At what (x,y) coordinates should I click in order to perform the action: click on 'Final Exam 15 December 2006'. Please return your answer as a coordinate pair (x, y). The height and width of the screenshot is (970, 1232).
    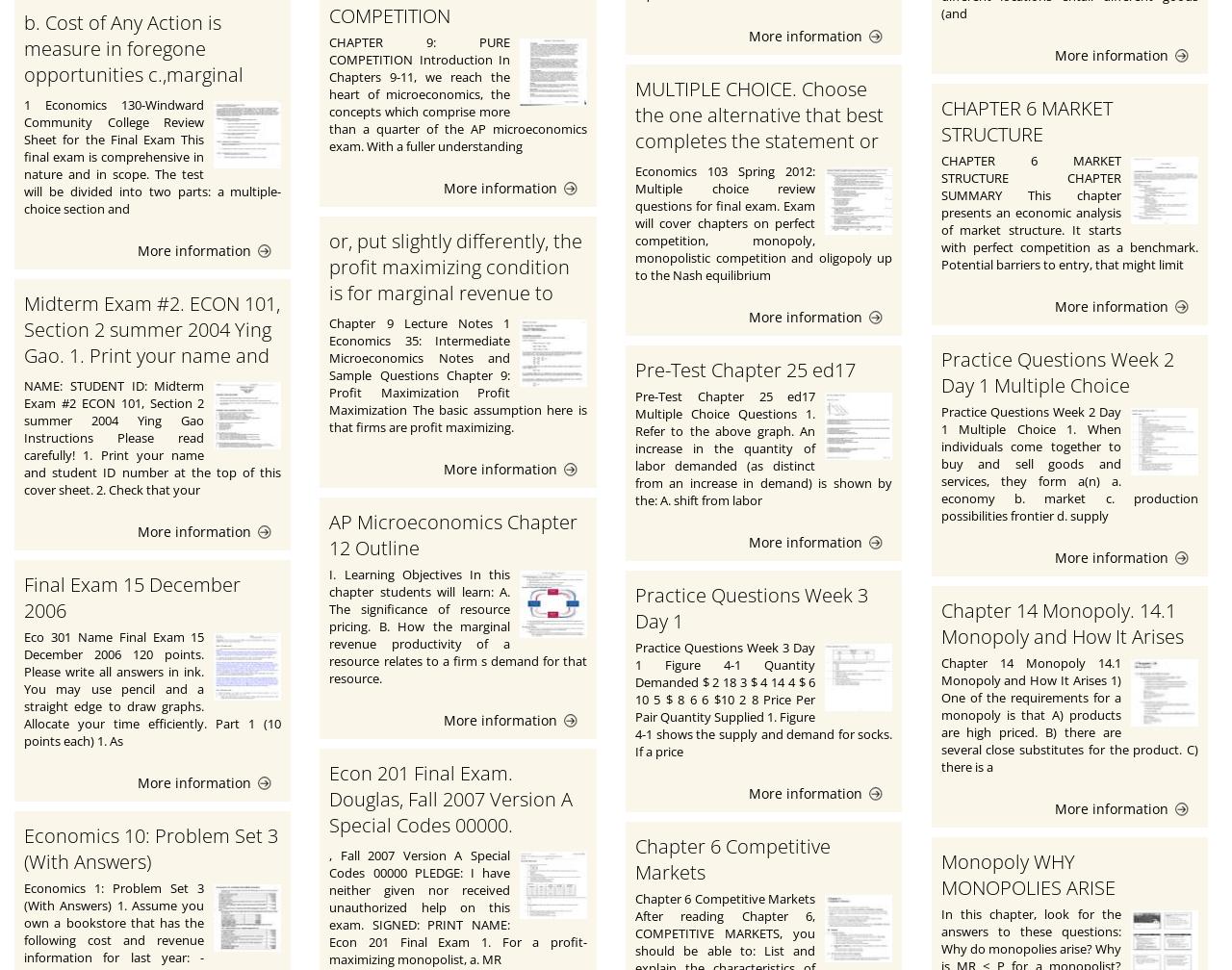
    Looking at the image, I should click on (131, 598).